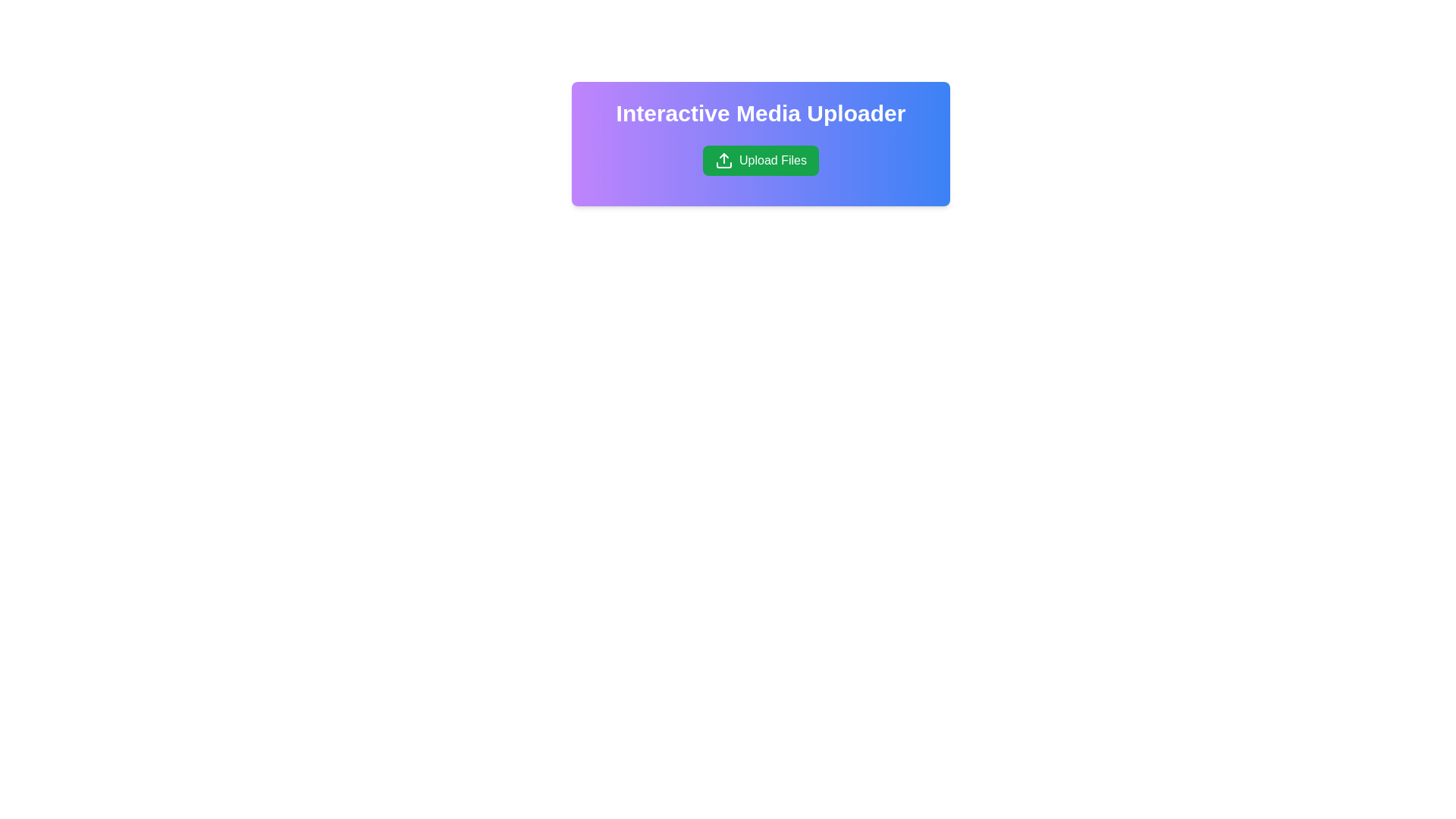 Image resolution: width=1456 pixels, height=819 pixels. Describe the element at coordinates (723, 161) in the screenshot. I see `the Upload Icon embedded within the green 'Upload Files' button, which serves as a visual indicator for uploading files` at that location.